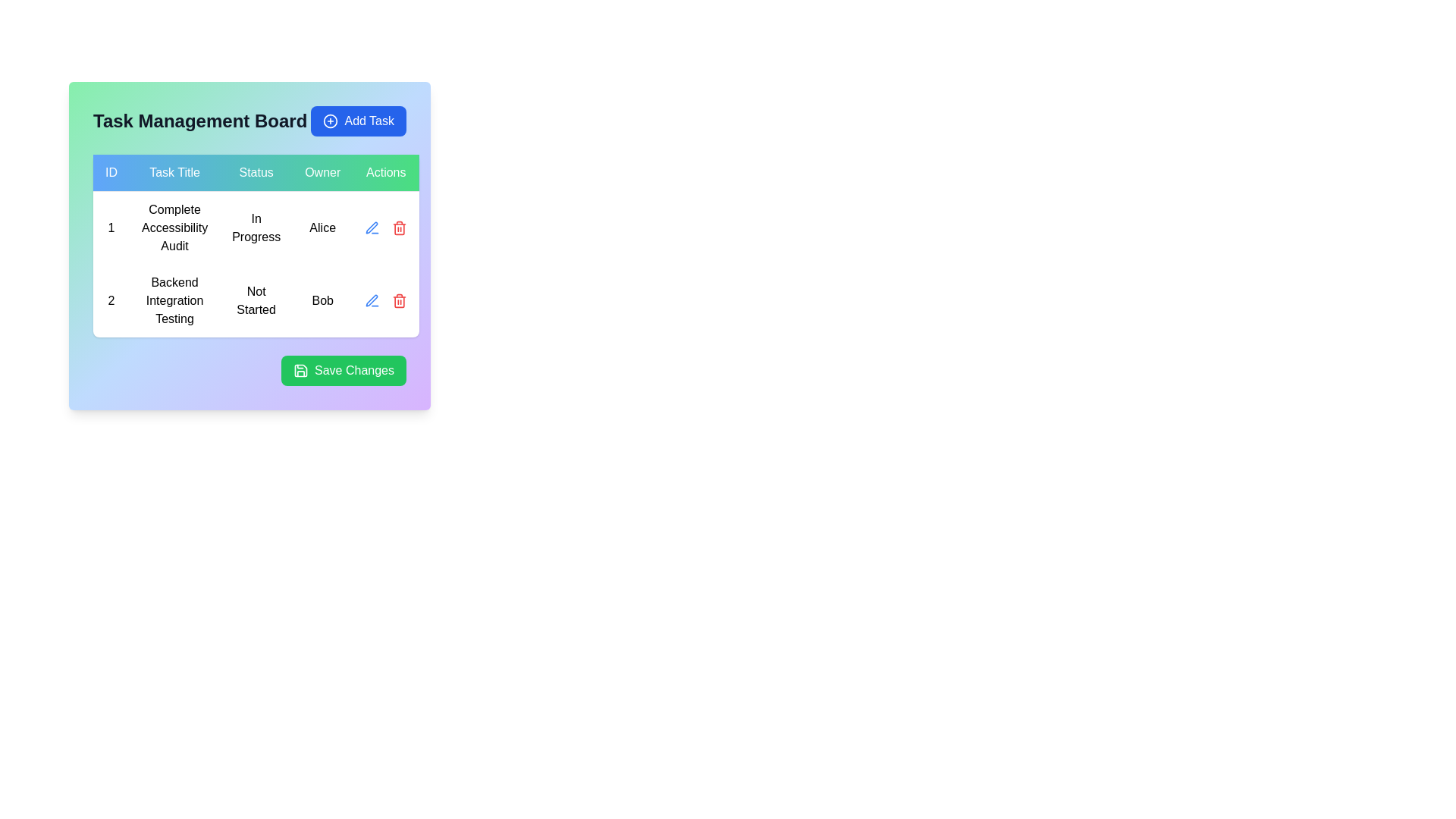 The height and width of the screenshot is (819, 1456). I want to click on the text label 'ID' which is styled with centered text alignment on a blue background, located at the top-left corner of the header row in a table-like structure, so click(111, 171).